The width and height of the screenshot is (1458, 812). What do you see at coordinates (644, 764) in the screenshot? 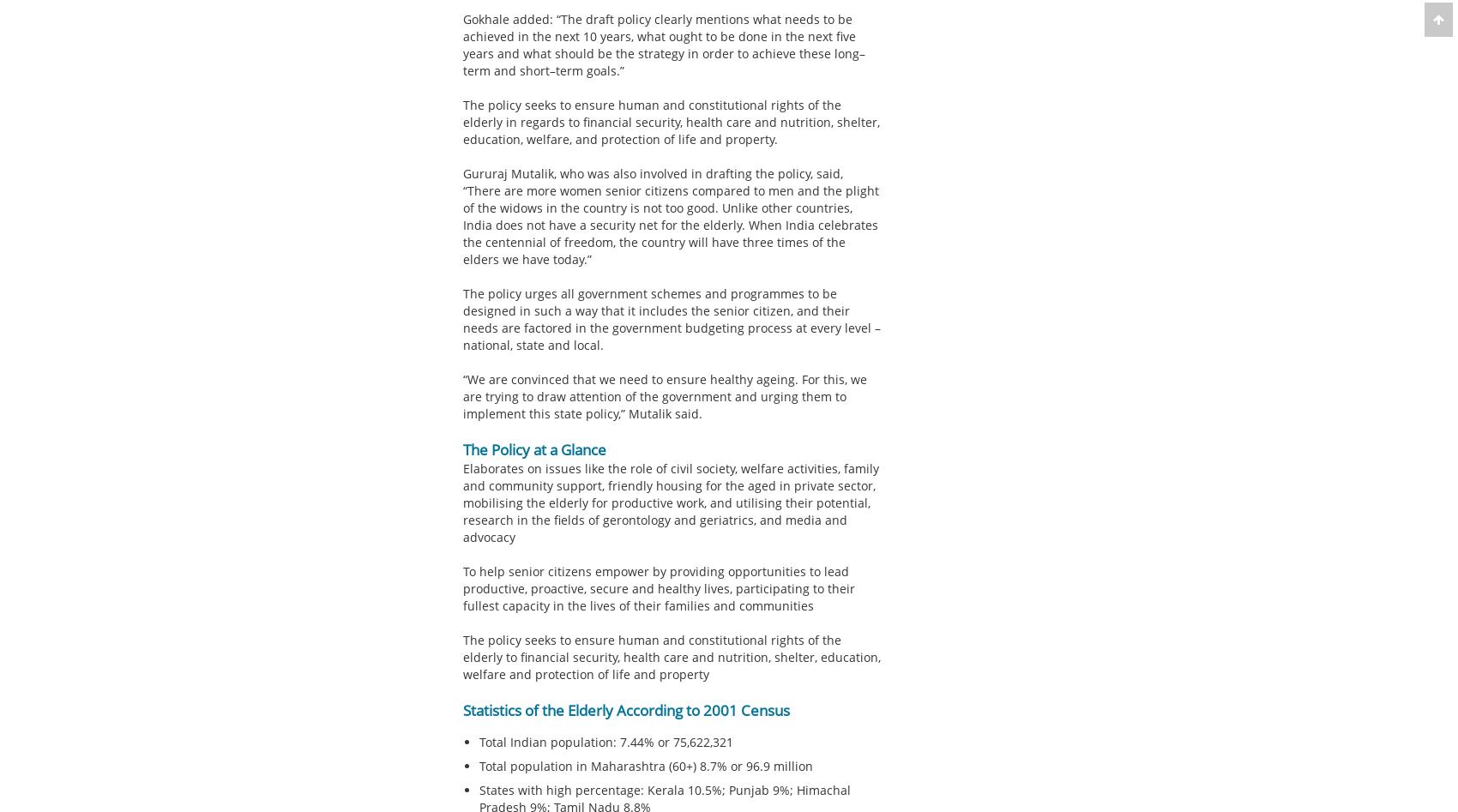
I see `'Total population in Maharashtra (60+) 8.7% or 96.9 million'` at bounding box center [644, 764].